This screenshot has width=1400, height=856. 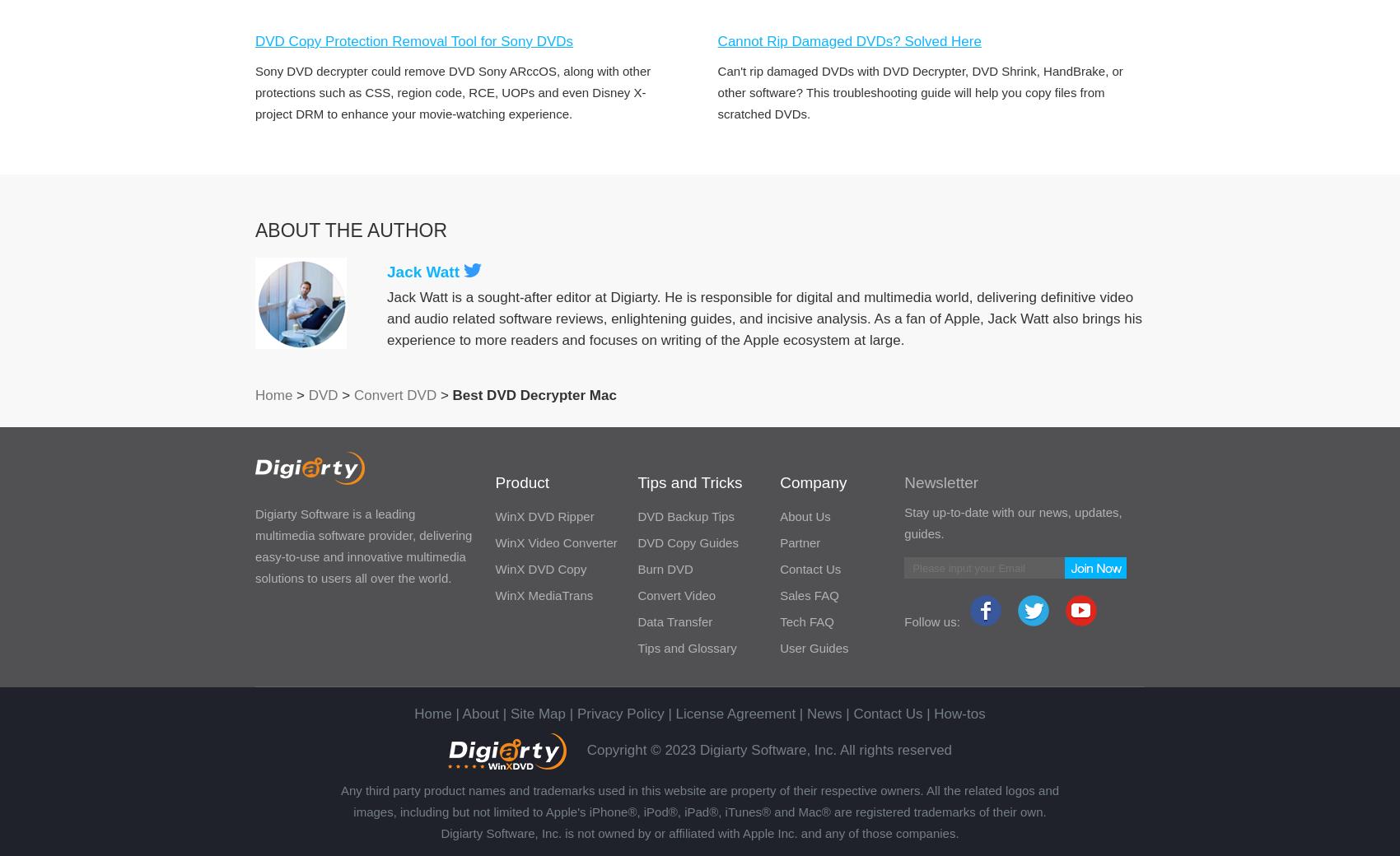 What do you see at coordinates (479, 713) in the screenshot?
I see `'About'` at bounding box center [479, 713].